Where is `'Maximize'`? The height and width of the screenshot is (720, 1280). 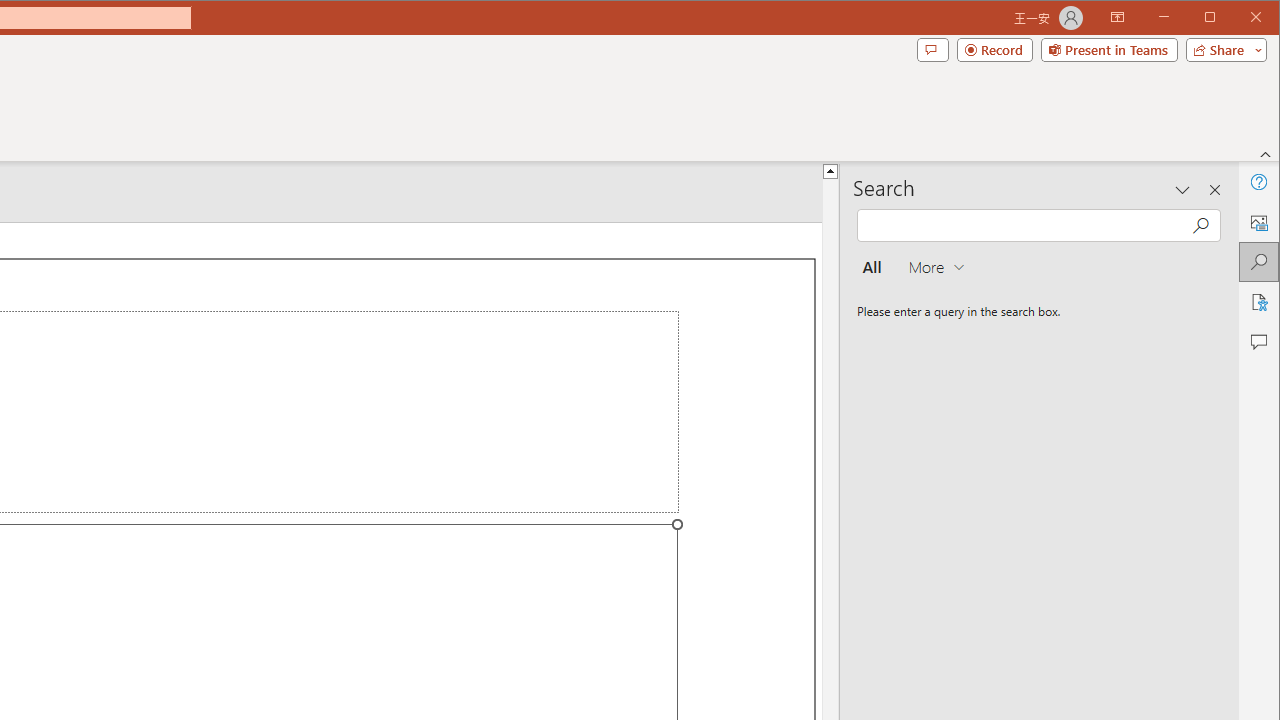 'Maximize' is located at coordinates (1238, 19).